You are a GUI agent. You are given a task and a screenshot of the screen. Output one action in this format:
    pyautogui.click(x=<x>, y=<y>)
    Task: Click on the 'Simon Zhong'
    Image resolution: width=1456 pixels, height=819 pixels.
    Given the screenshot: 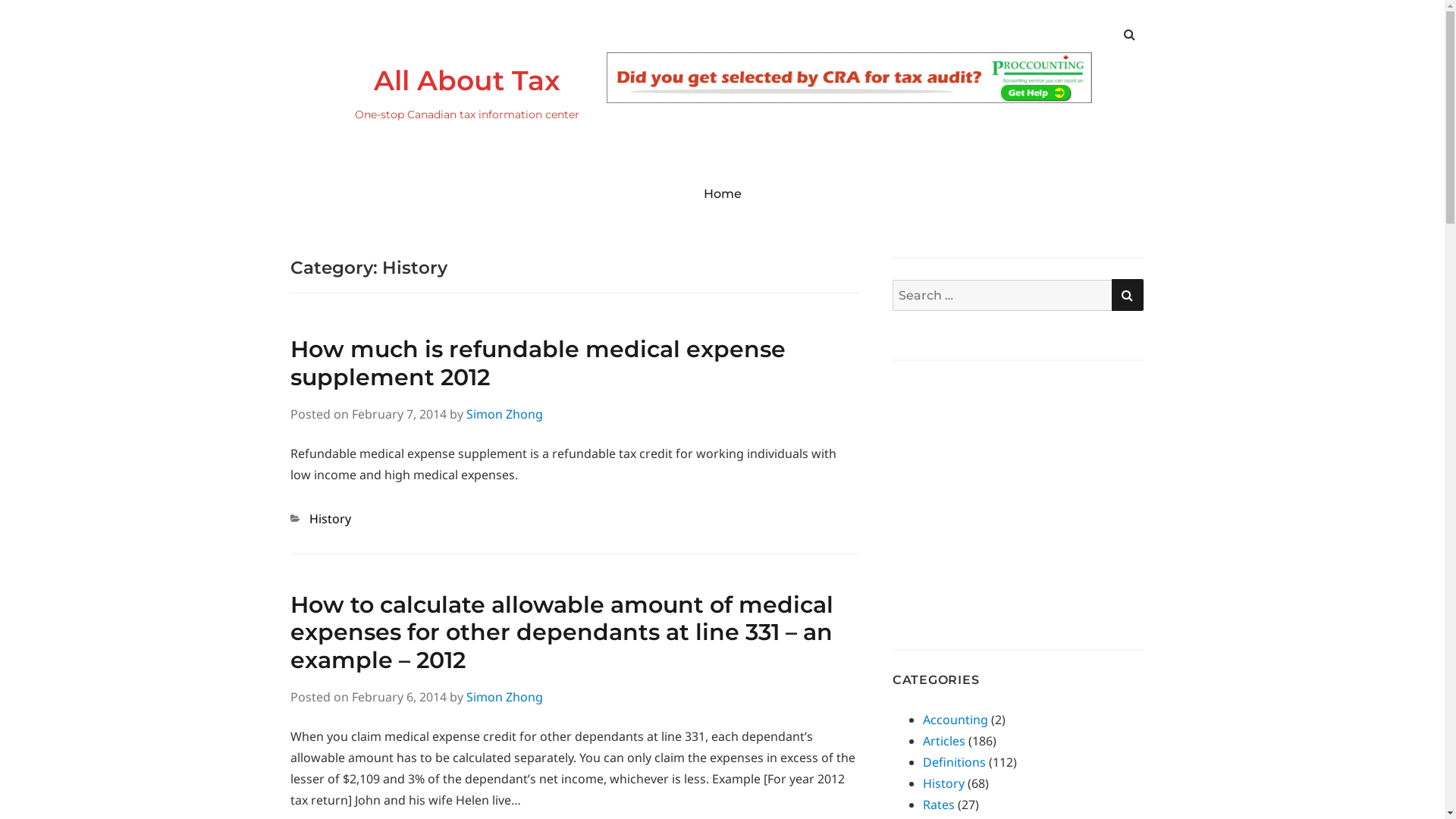 What is the action you would take?
    pyautogui.click(x=504, y=414)
    